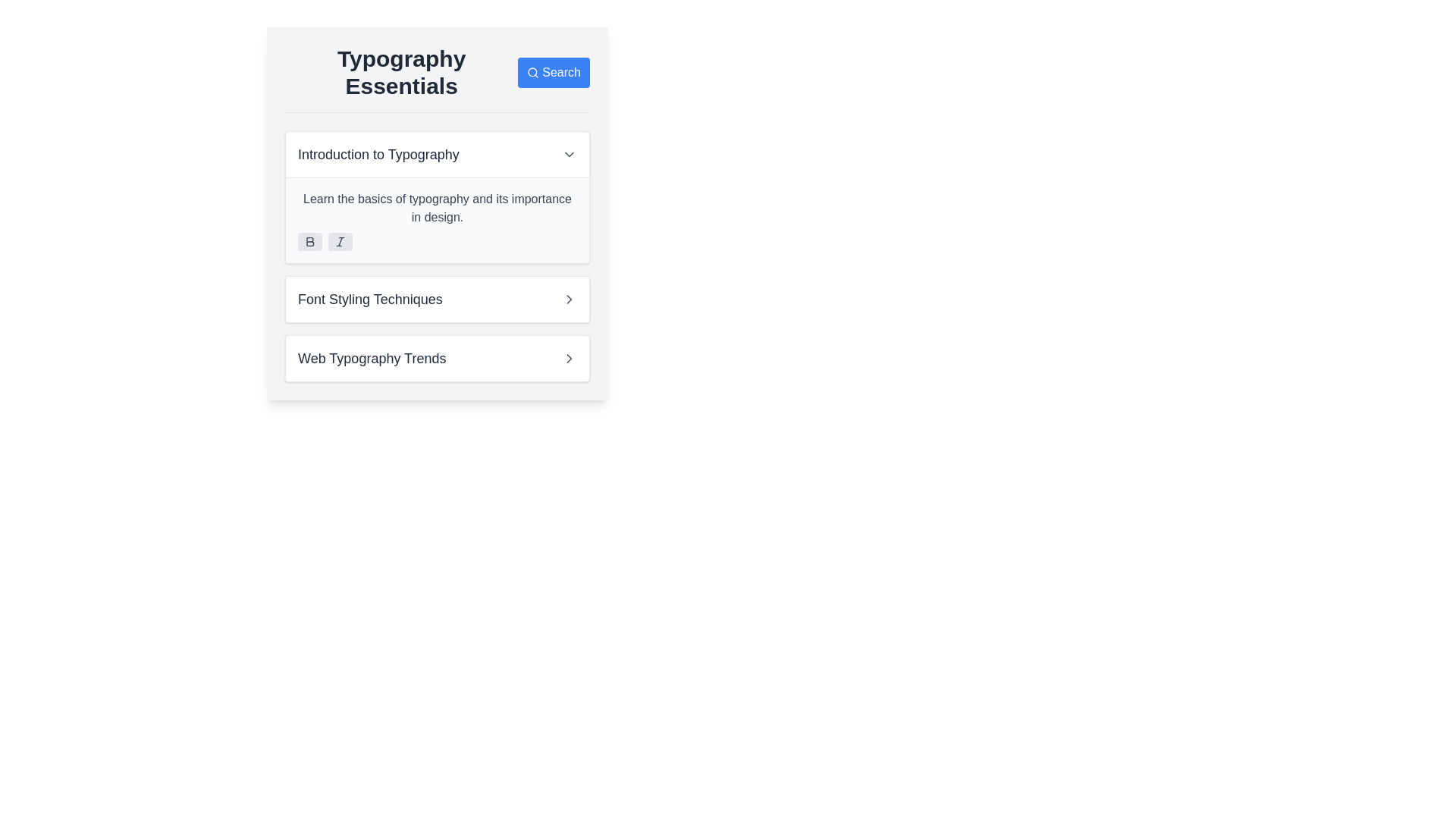  I want to click on the navigational button at the bottom of the vertical list, so click(436, 359).